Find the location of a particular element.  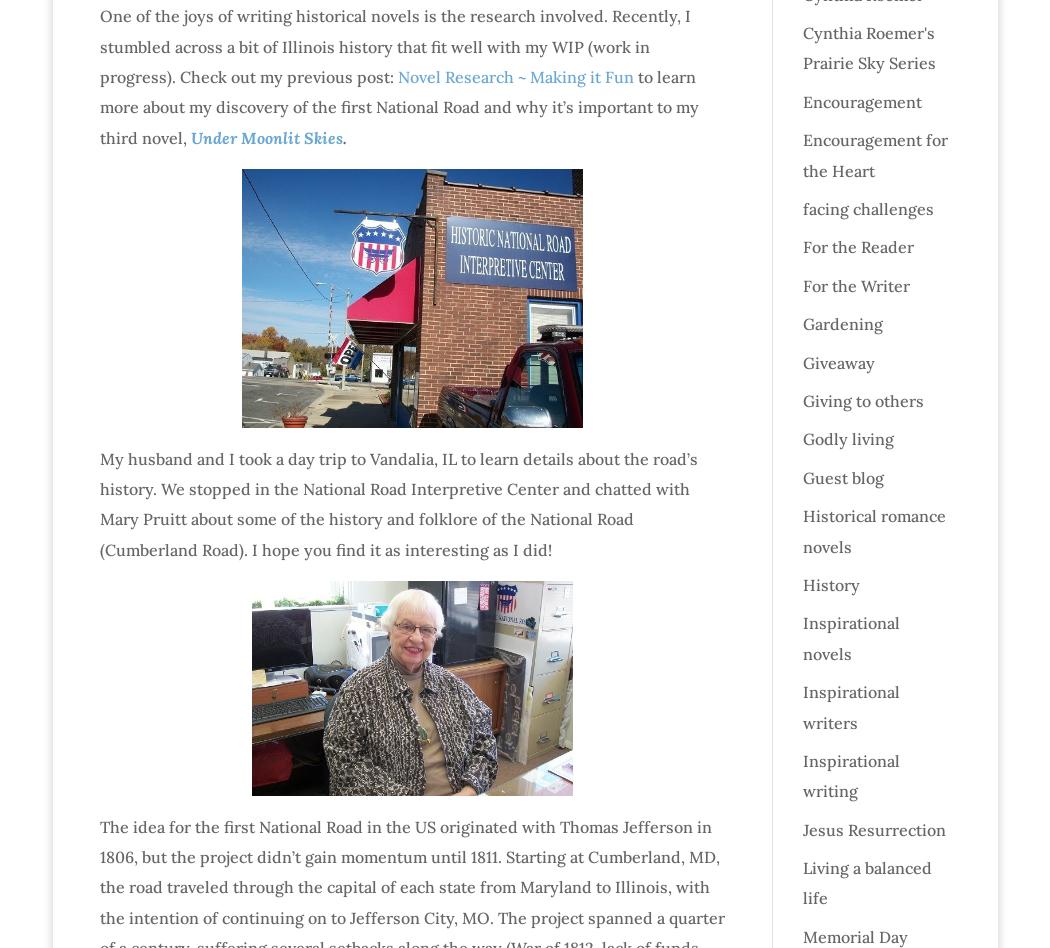

'Inspirational writing' is located at coordinates (850, 775).